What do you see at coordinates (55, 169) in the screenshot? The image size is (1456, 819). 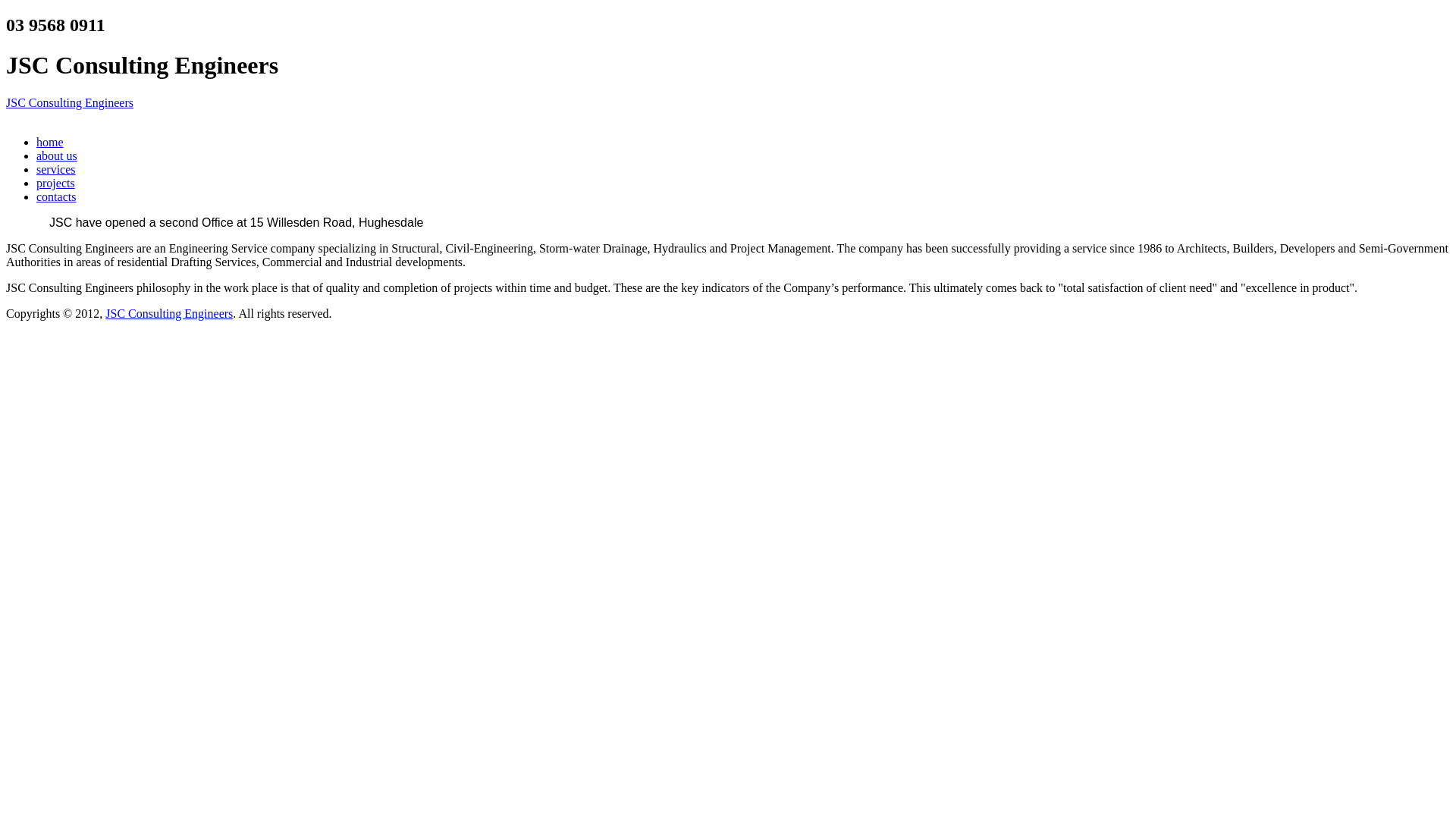 I see `'services'` at bounding box center [55, 169].